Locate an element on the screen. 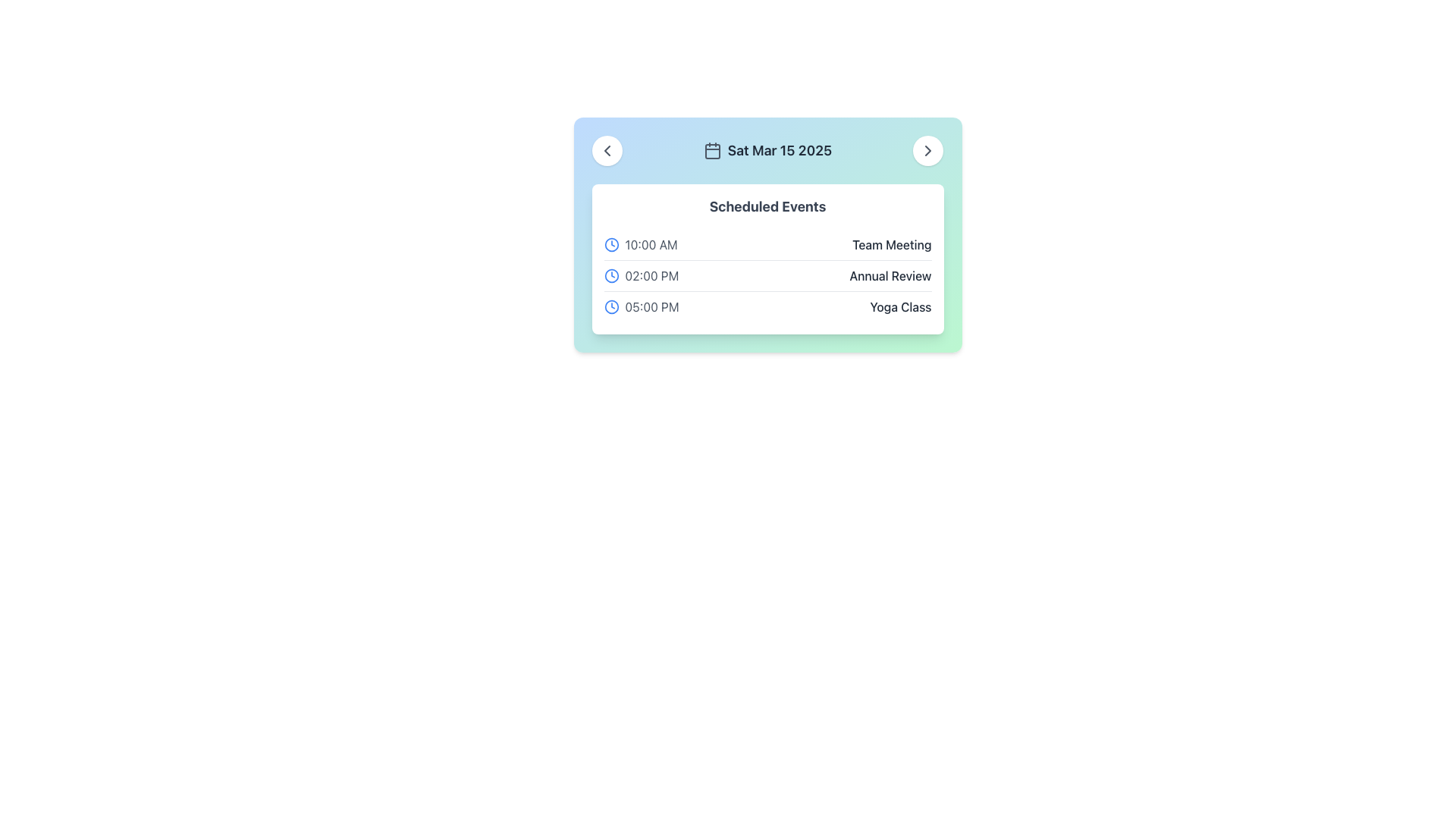  the central rounded rectangle SVG element located within the calendar icon is located at coordinates (711, 152).